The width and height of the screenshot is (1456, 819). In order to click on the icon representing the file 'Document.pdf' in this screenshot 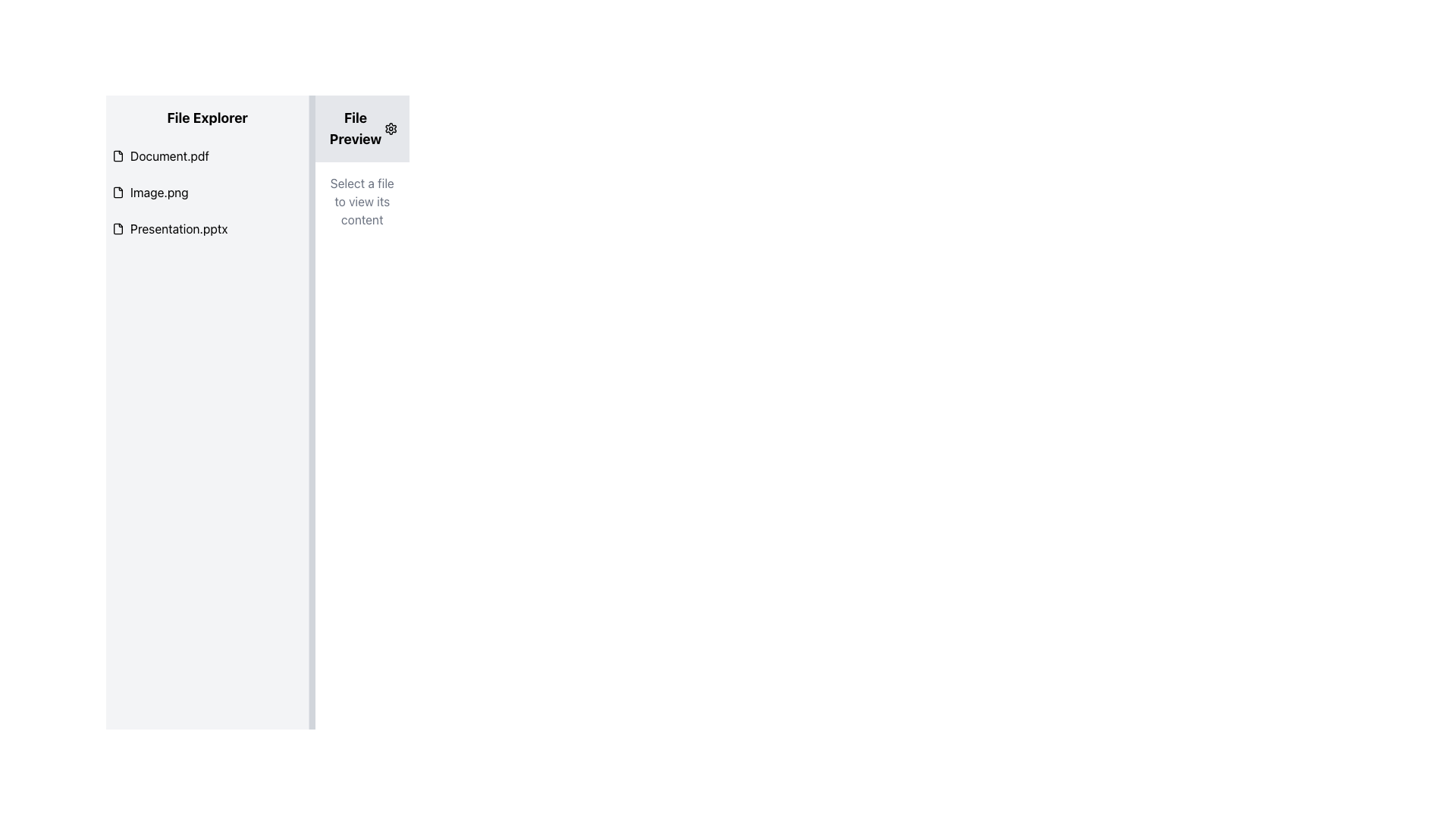, I will do `click(118, 155)`.